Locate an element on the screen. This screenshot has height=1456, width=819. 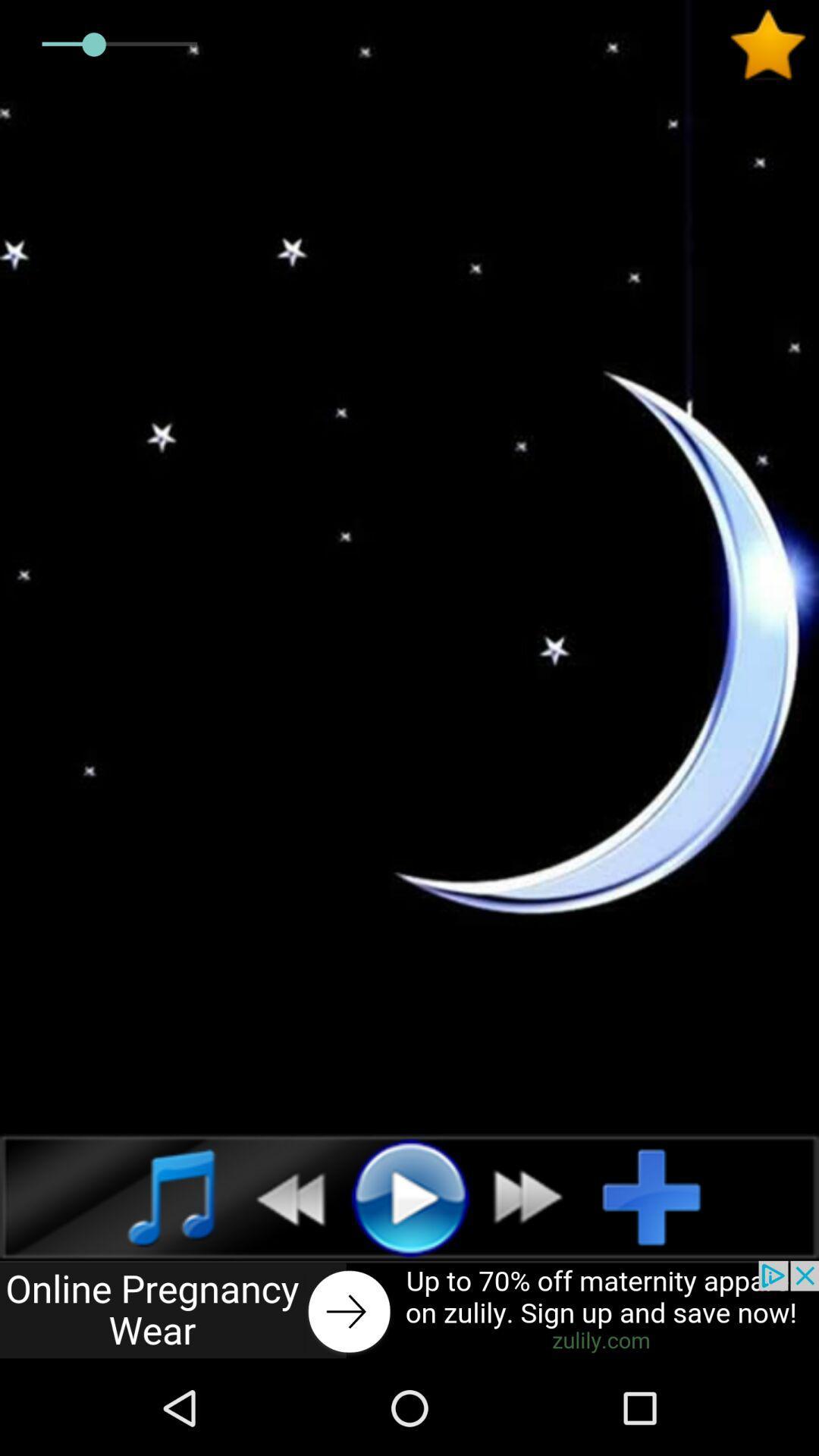
go back is located at coordinates (281, 1196).